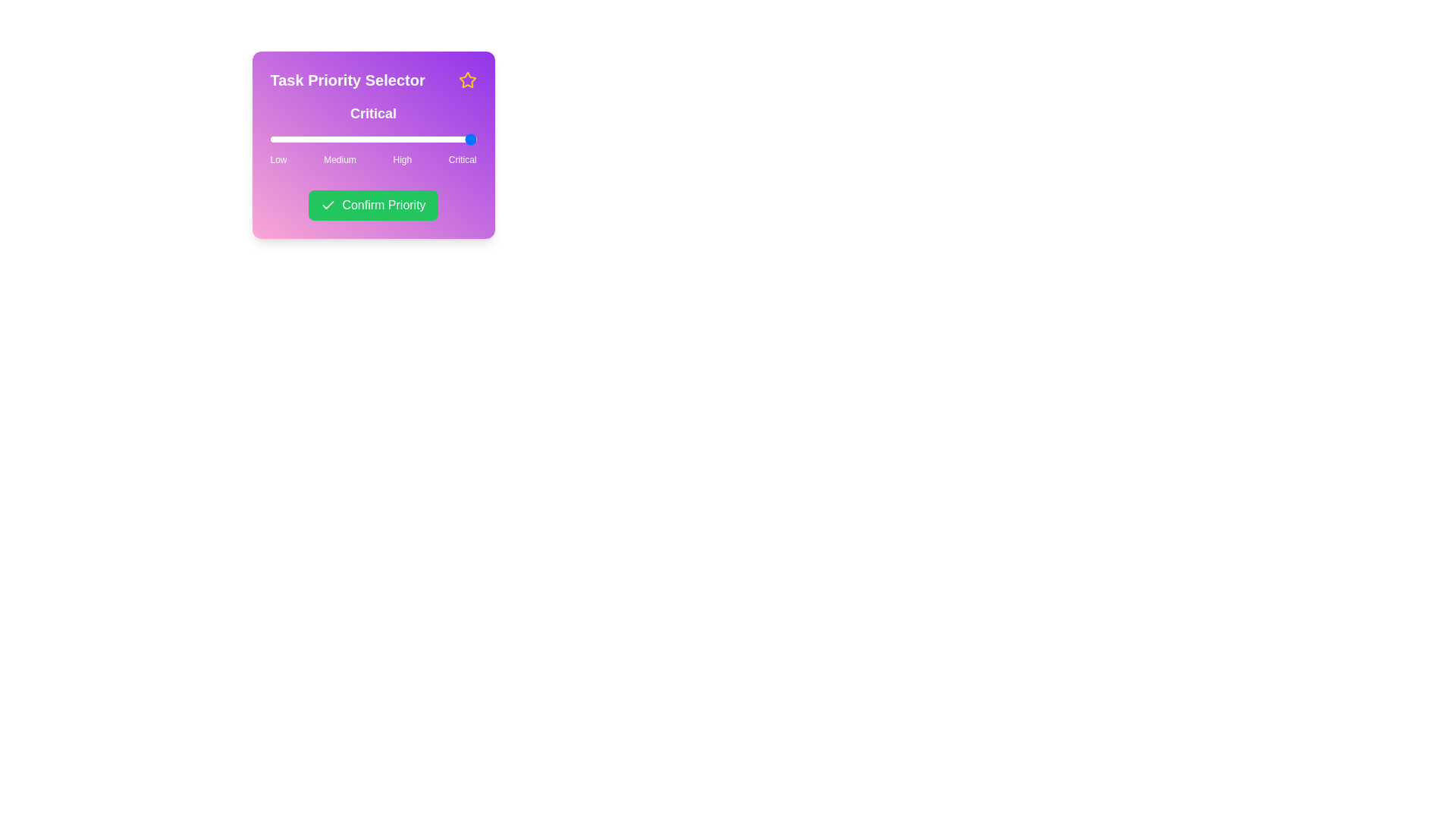 This screenshot has width=1456, height=819. Describe the element at coordinates (338, 140) in the screenshot. I see `the priority level` at that location.